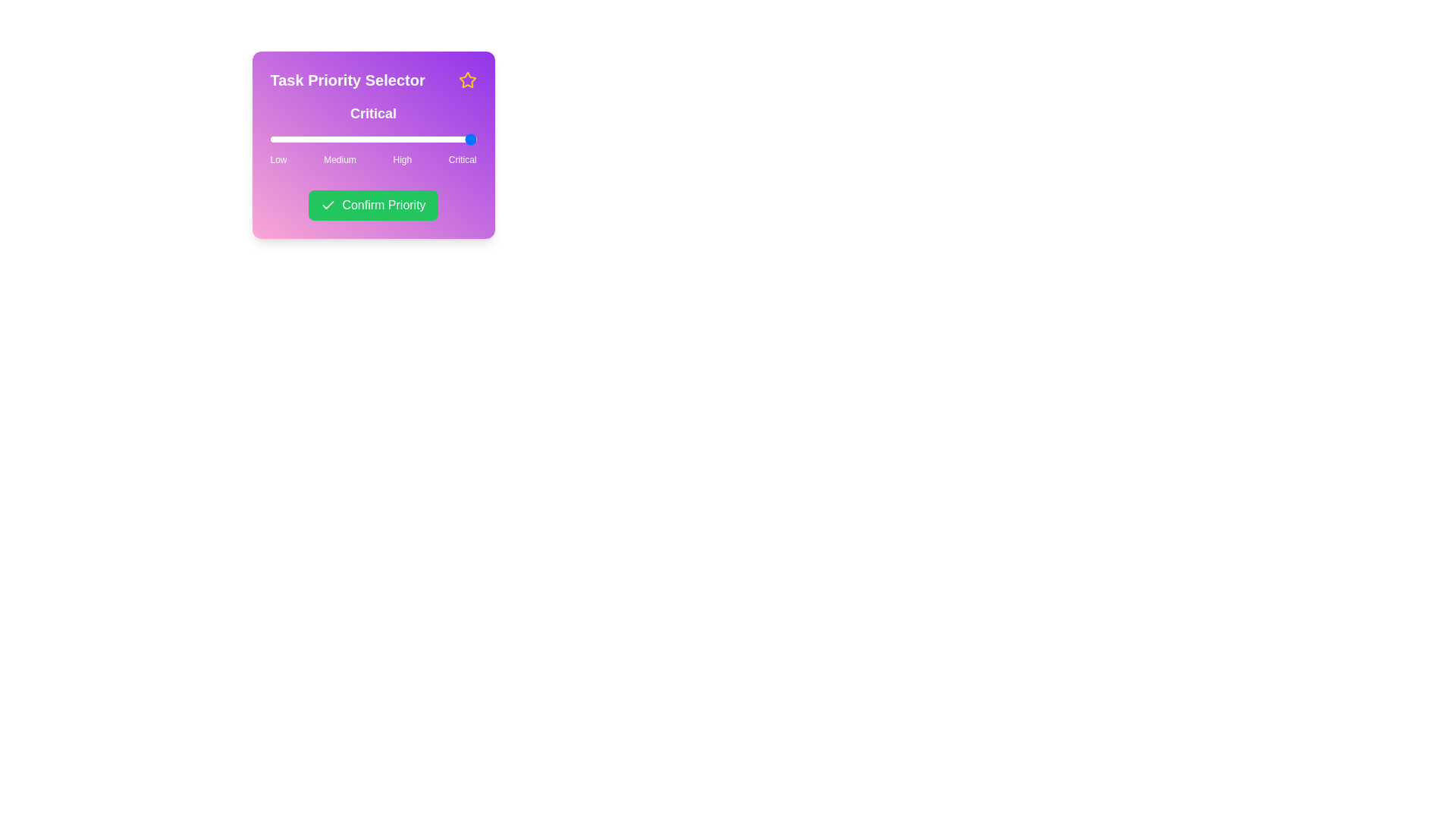 This screenshot has width=1456, height=819. Describe the element at coordinates (338, 140) in the screenshot. I see `the priority level` at that location.